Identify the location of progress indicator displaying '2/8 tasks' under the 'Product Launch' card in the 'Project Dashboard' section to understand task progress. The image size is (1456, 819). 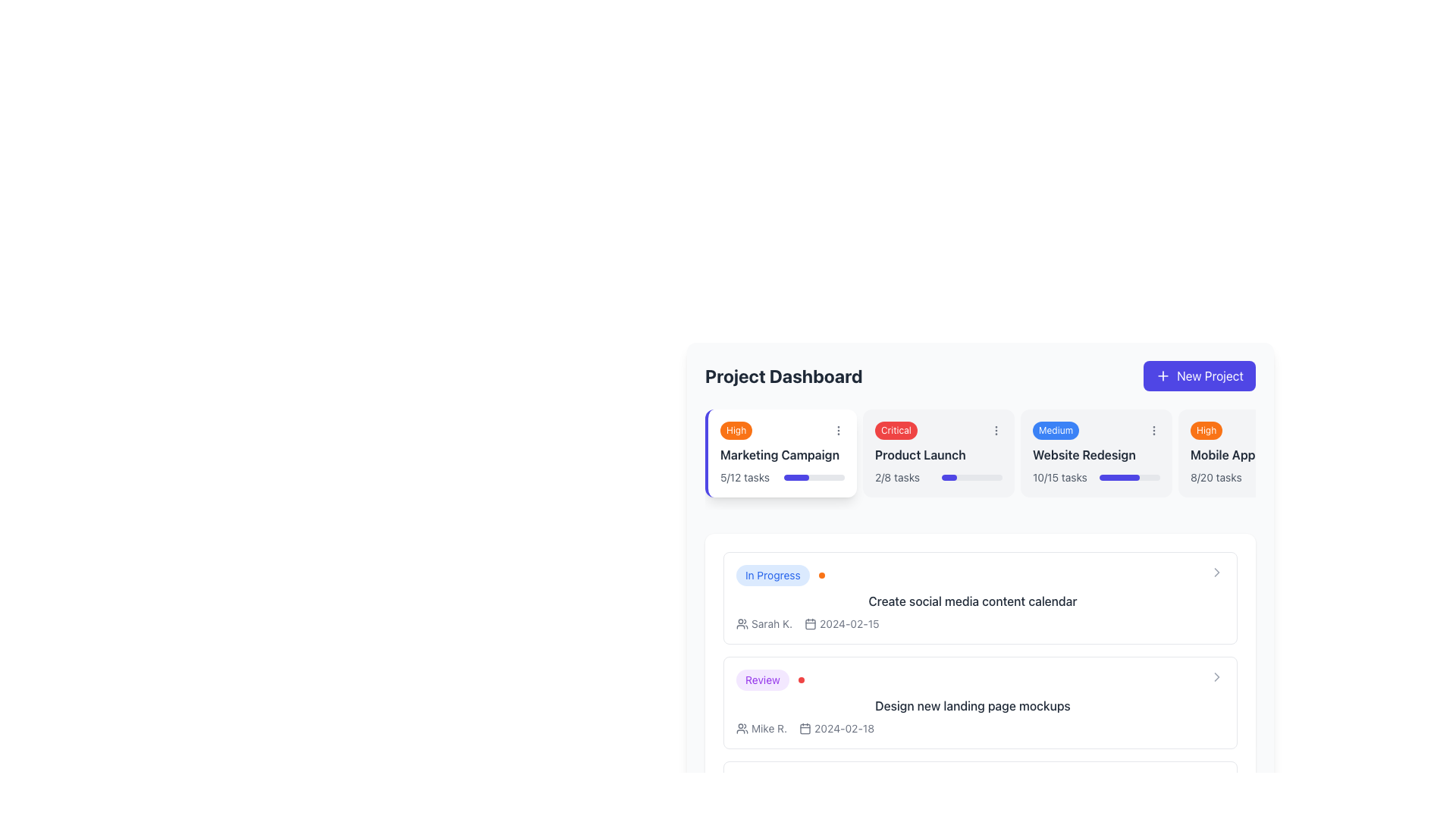
(938, 476).